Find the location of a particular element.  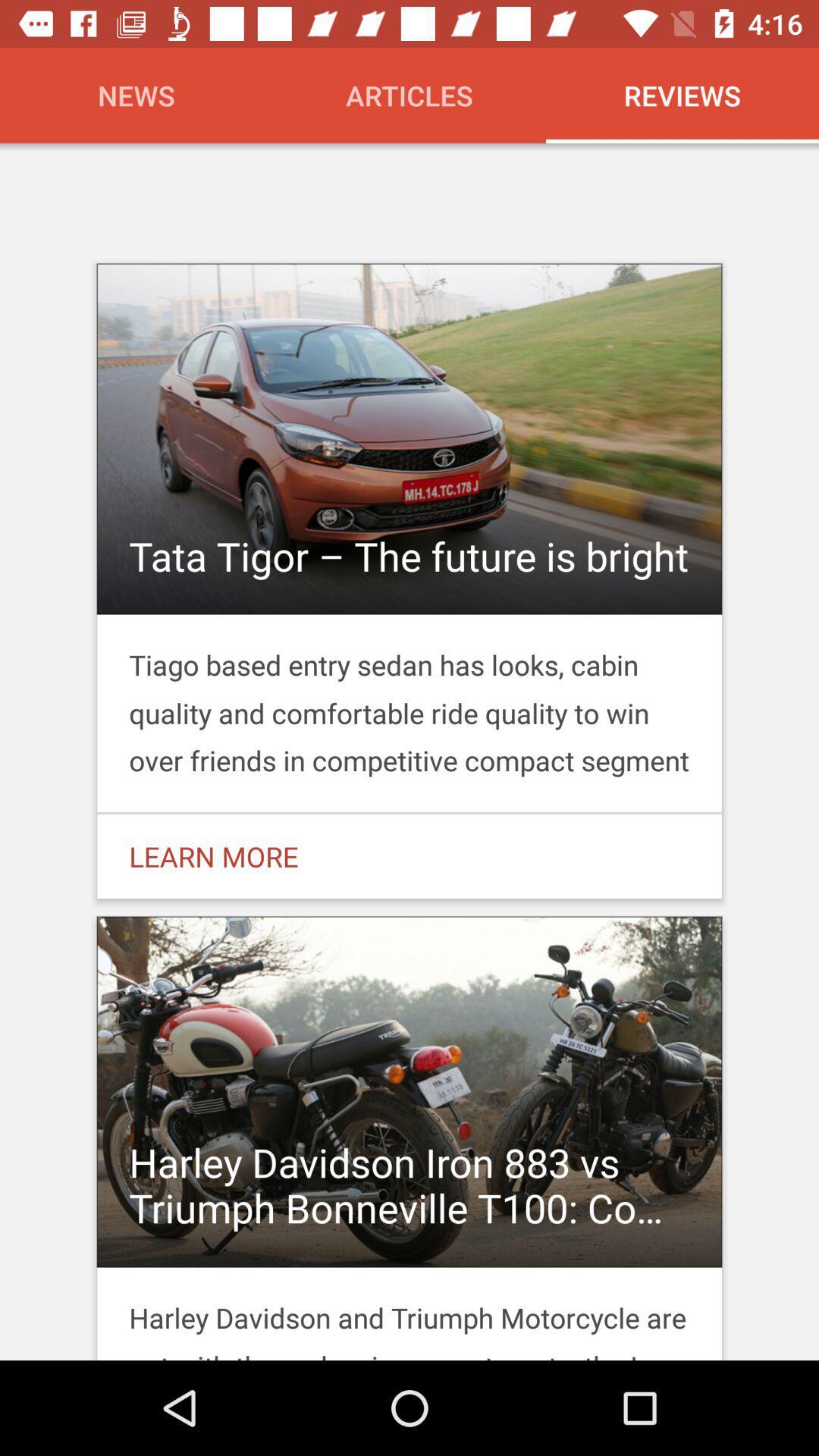

the image which is below learn more is located at coordinates (409, 1134).